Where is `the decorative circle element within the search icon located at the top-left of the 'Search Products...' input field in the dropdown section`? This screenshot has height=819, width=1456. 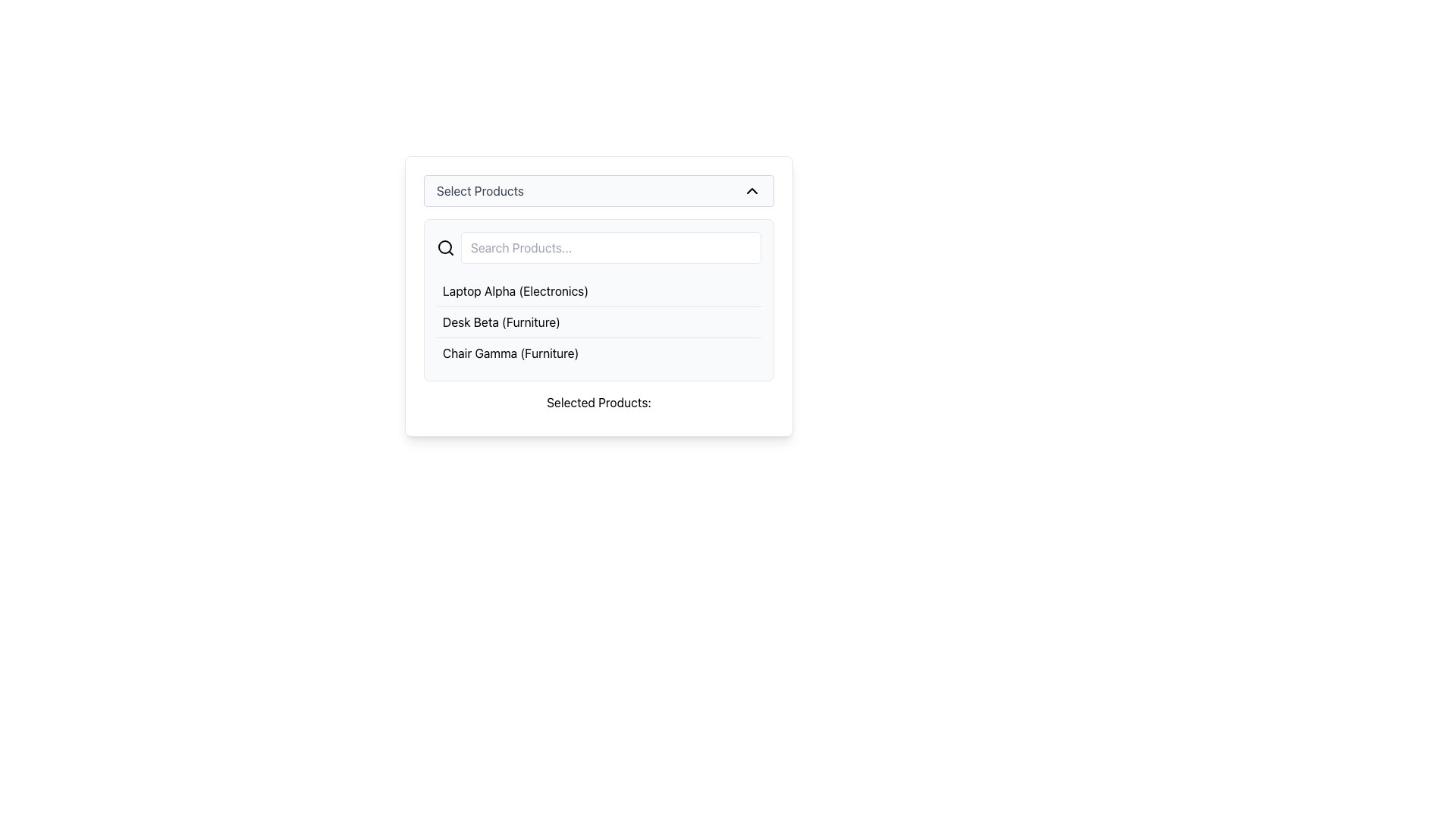
the decorative circle element within the search icon located at the top-left of the 'Search Products...' input field in the dropdown section is located at coordinates (444, 246).